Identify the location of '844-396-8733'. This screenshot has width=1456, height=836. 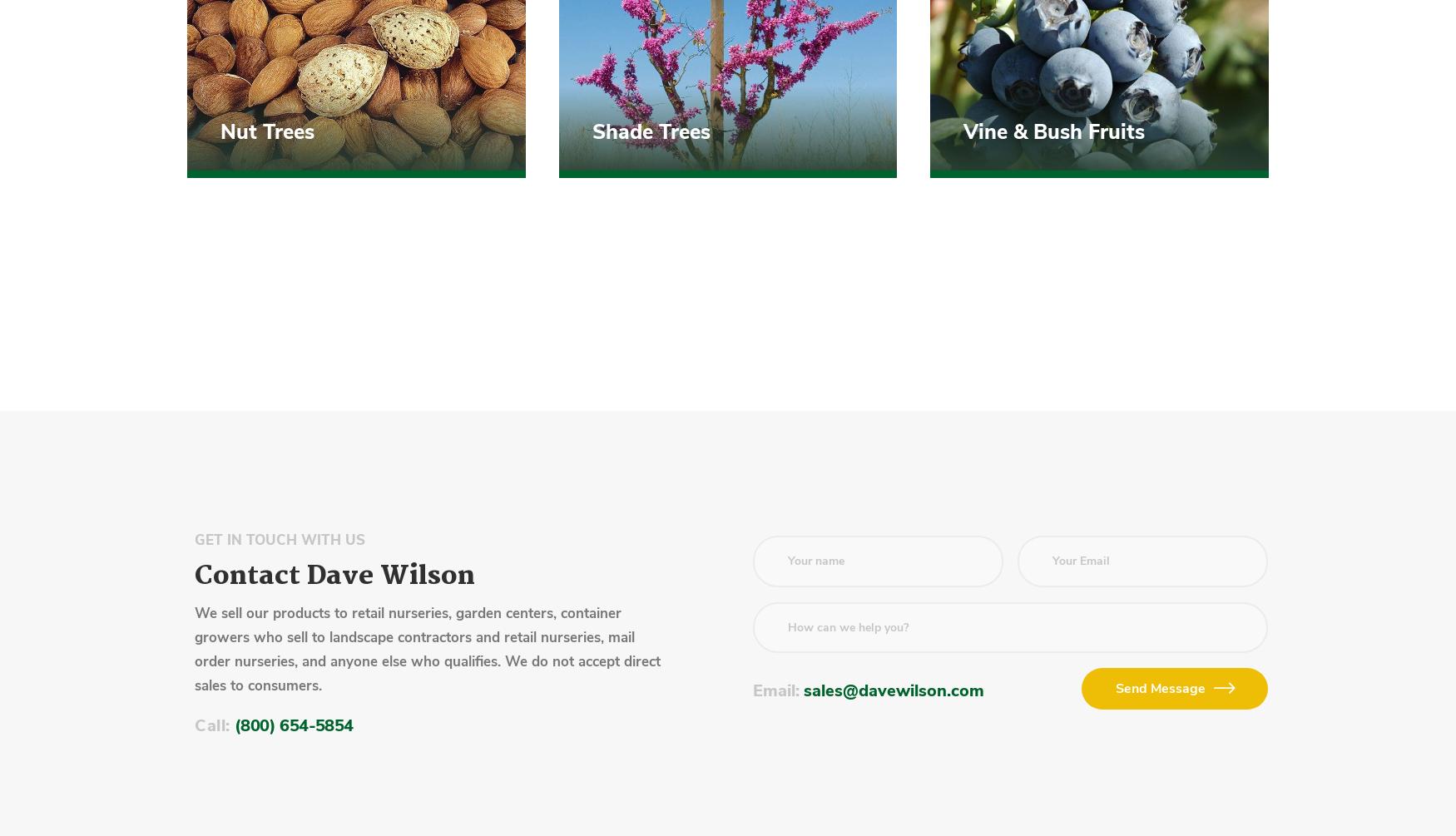
(295, 329).